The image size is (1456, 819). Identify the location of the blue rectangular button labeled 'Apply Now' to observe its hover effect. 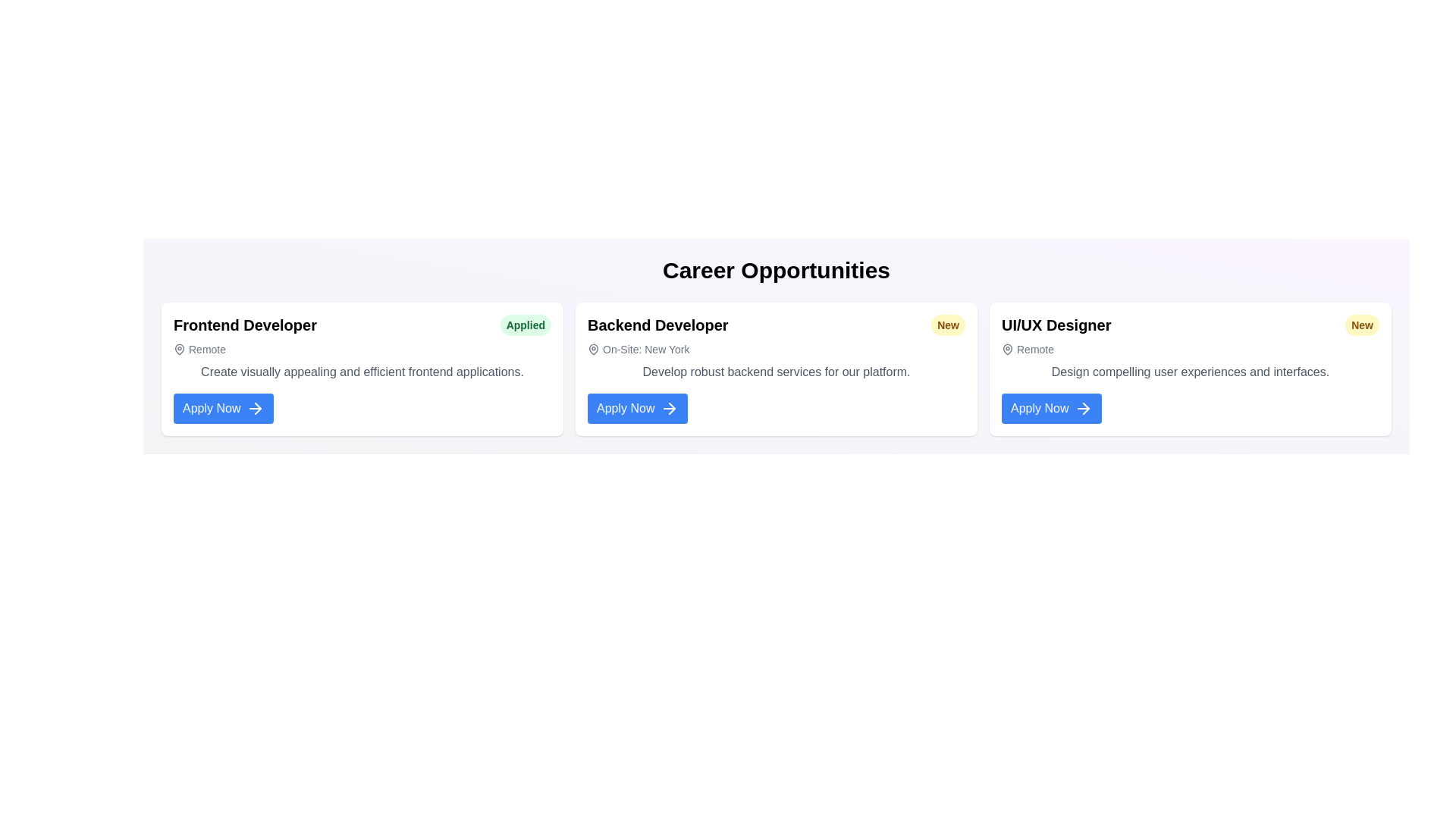
(638, 408).